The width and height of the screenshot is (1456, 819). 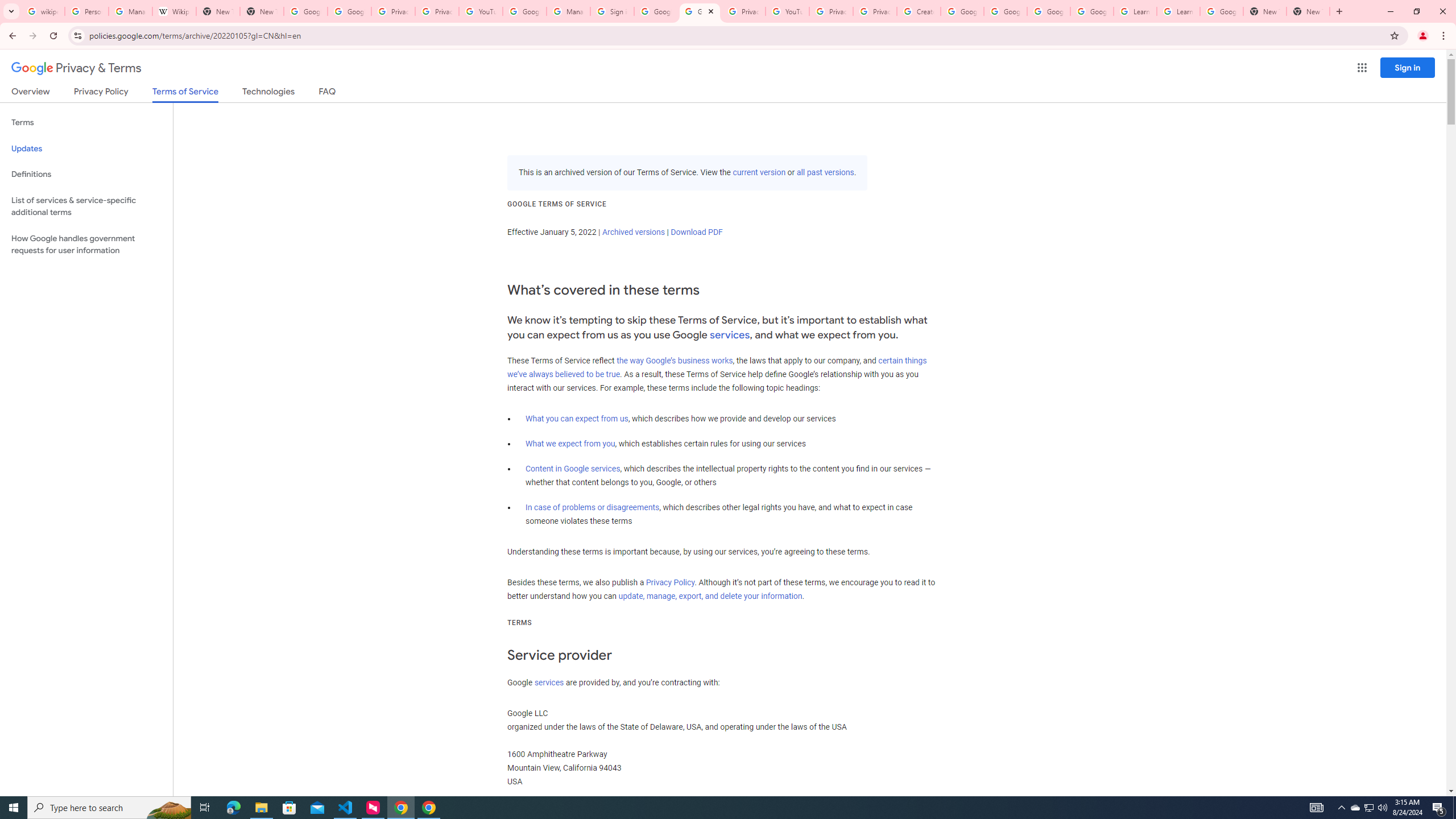 What do you see at coordinates (1308, 11) in the screenshot?
I see `'New Tab'` at bounding box center [1308, 11].